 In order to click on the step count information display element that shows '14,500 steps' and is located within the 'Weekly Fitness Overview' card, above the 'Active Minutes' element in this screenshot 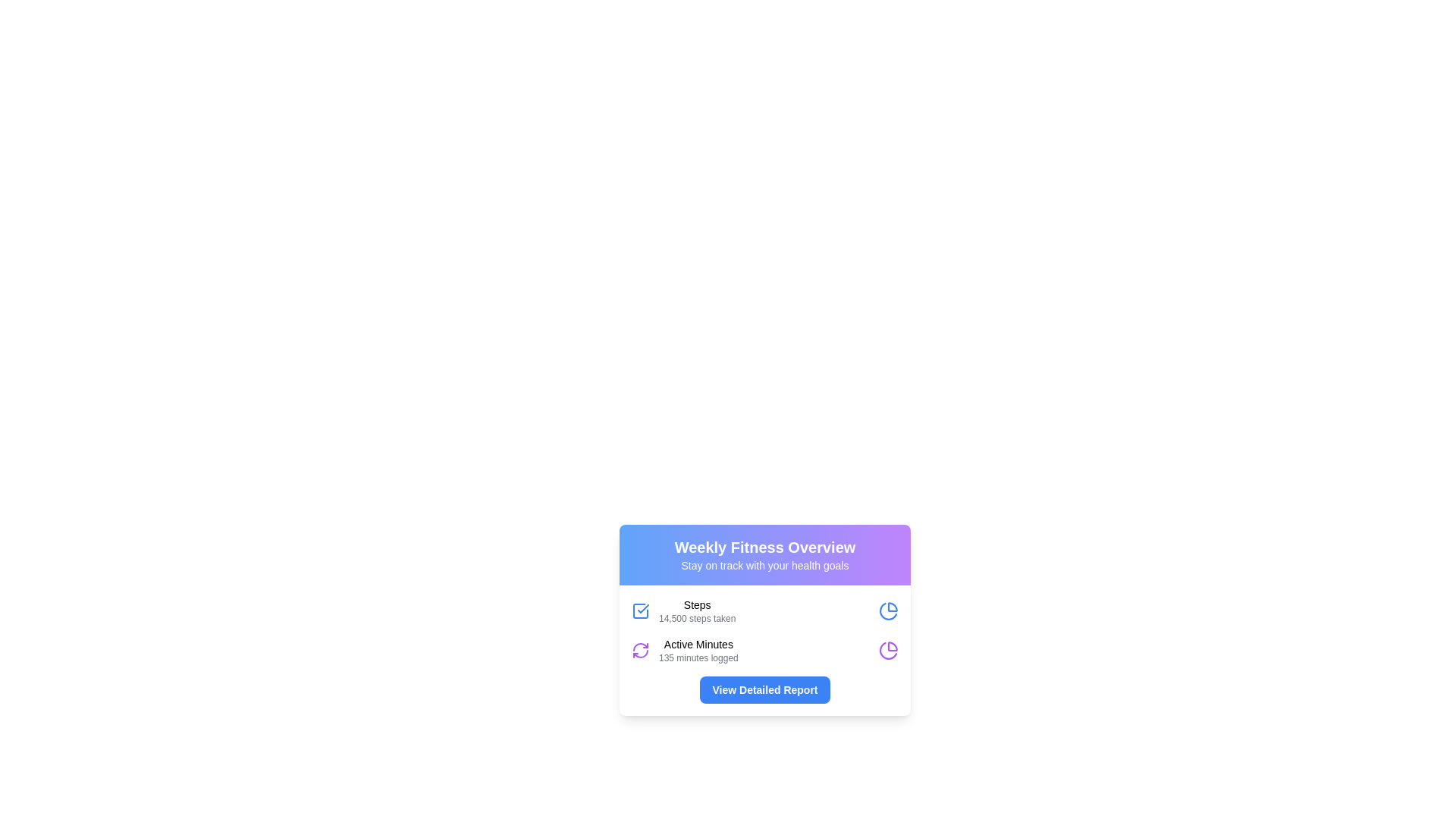, I will do `click(682, 610)`.